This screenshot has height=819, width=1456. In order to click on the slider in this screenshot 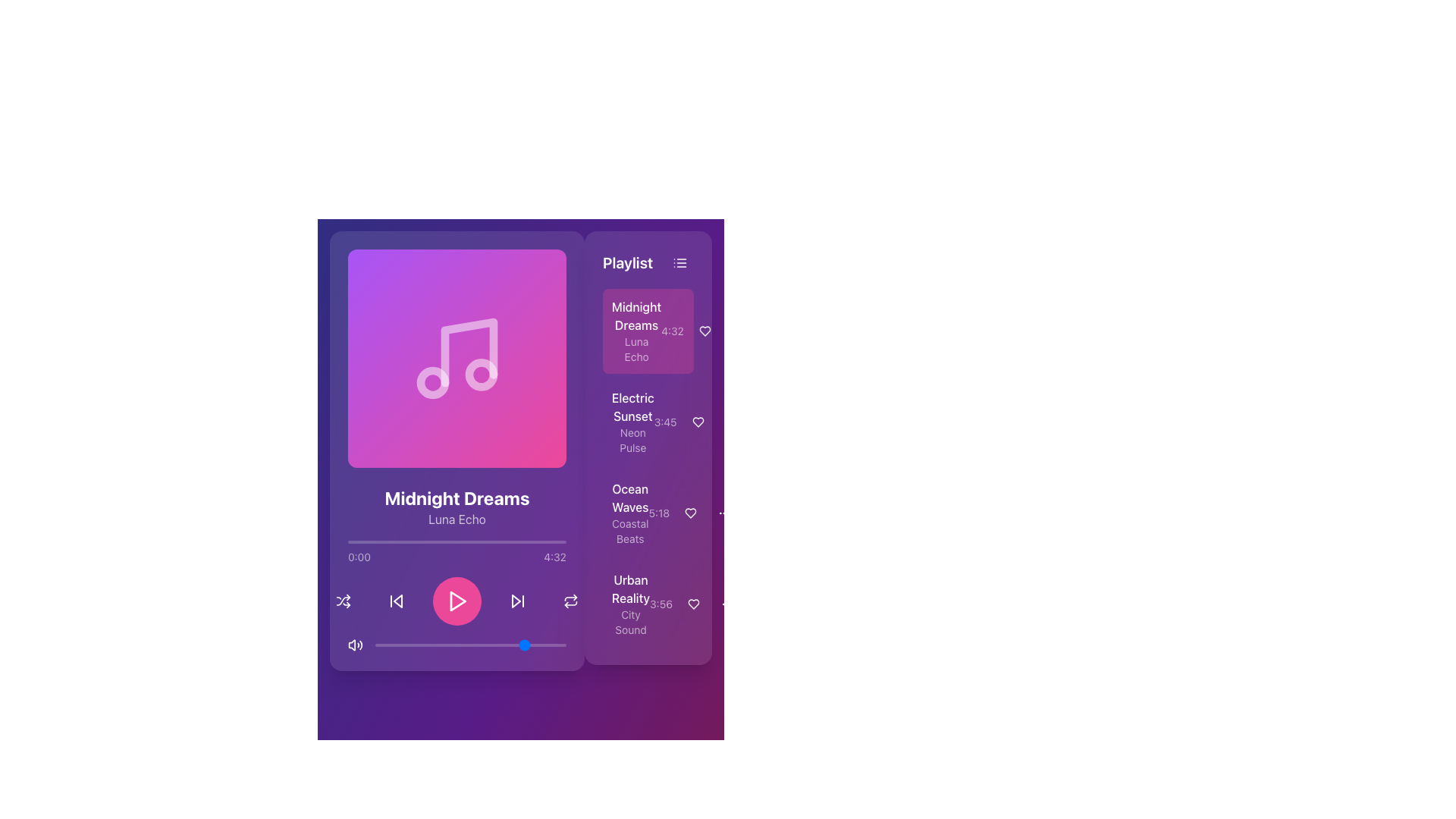, I will do `click(501, 645)`.